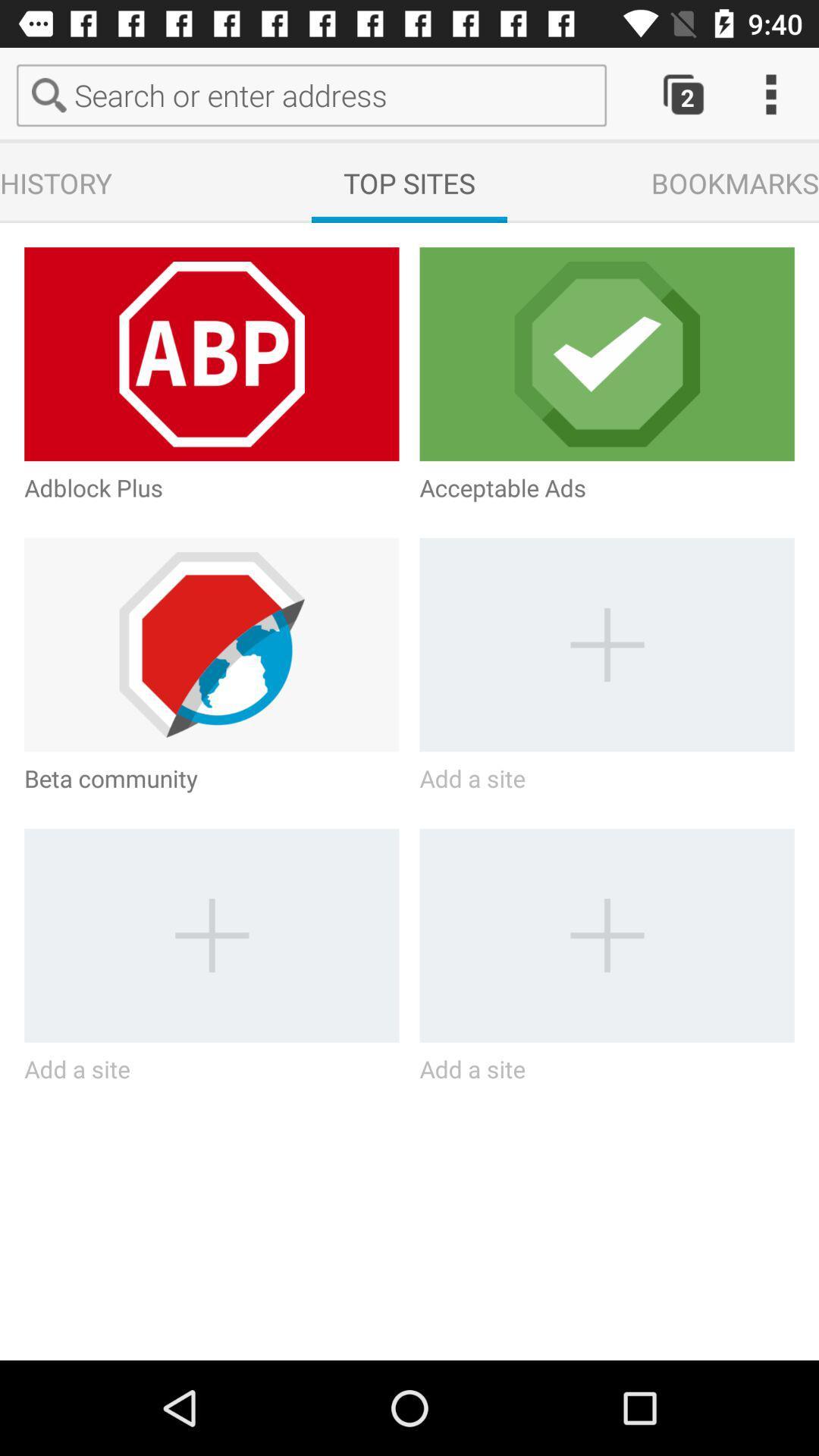 Image resolution: width=819 pixels, height=1456 pixels. Describe the element at coordinates (607, 645) in the screenshot. I see `the add a site which is in second row second column` at that location.